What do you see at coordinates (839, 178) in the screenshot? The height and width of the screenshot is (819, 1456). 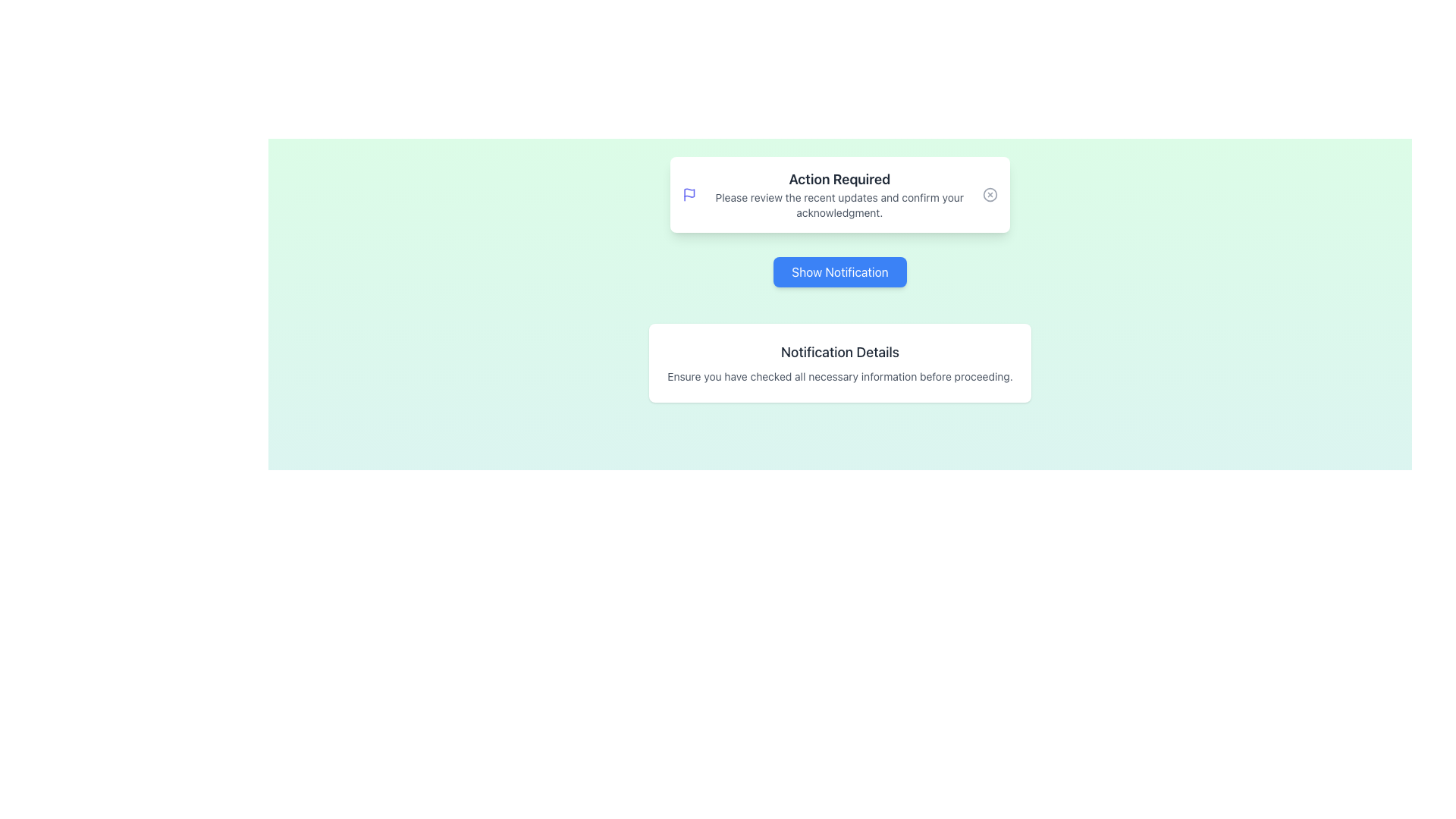 I see `the Heading Text located at the top of the notification panel, which captures the user's attention and is positioned directly above the informational text block` at bounding box center [839, 178].